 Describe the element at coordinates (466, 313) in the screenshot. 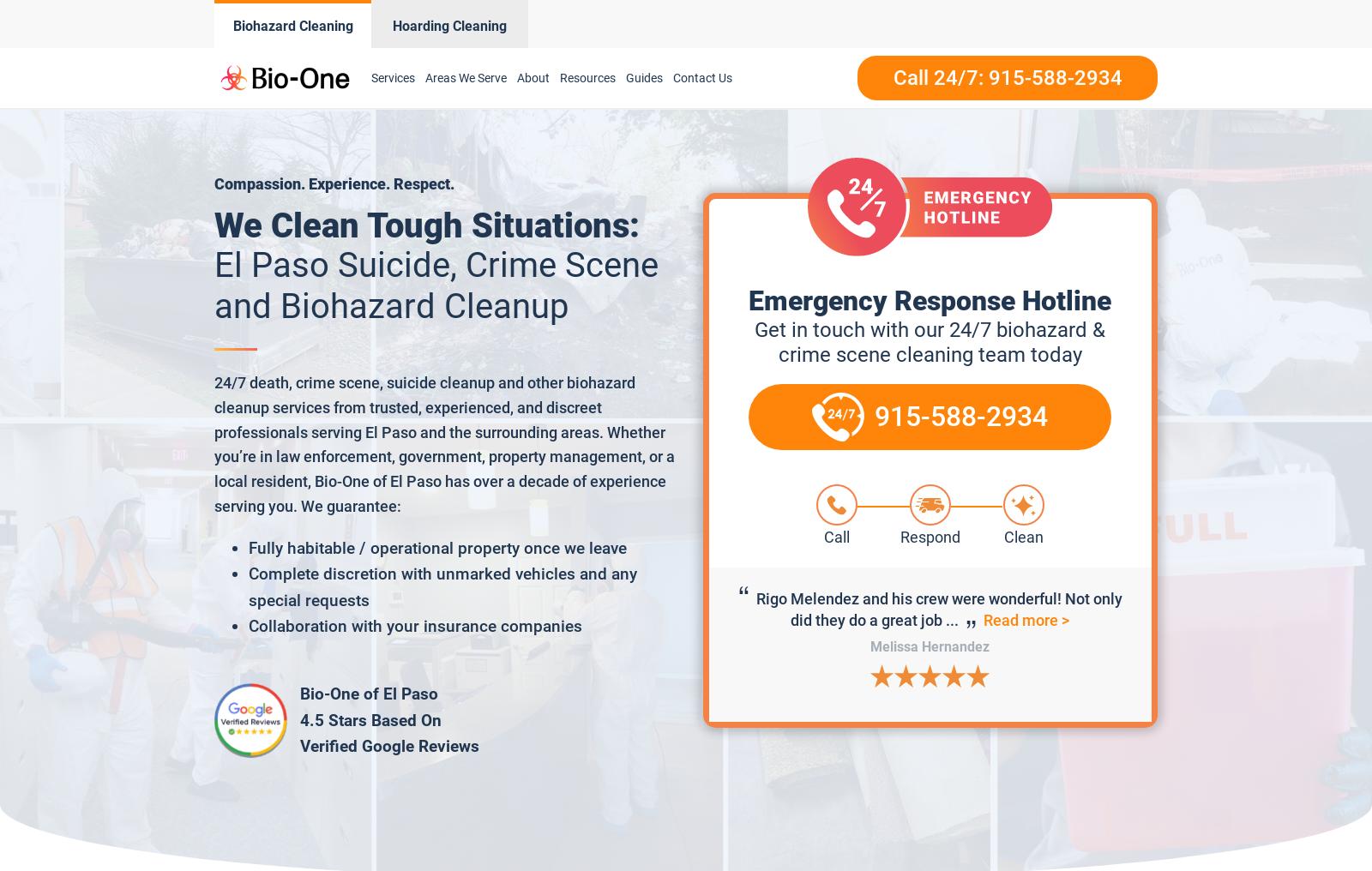

I see `'Luna County'` at that location.